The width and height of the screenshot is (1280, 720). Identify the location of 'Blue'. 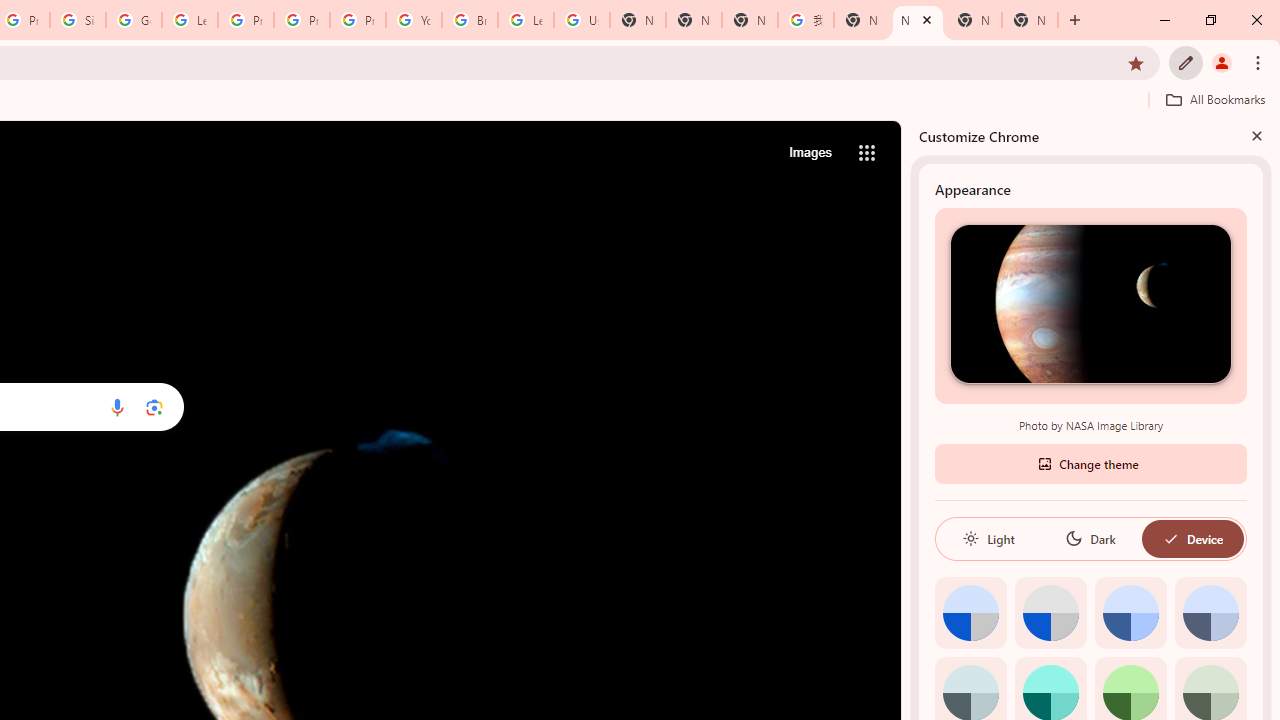
(1130, 611).